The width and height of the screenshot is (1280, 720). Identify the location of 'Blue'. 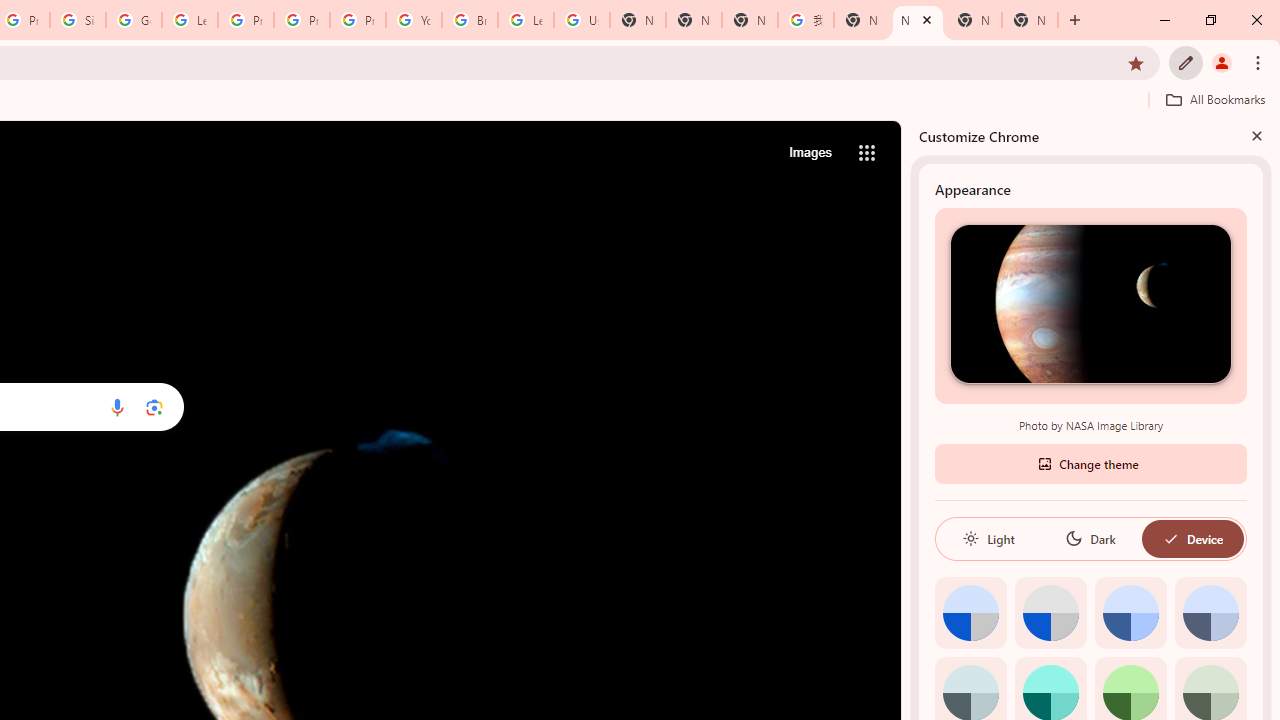
(1130, 611).